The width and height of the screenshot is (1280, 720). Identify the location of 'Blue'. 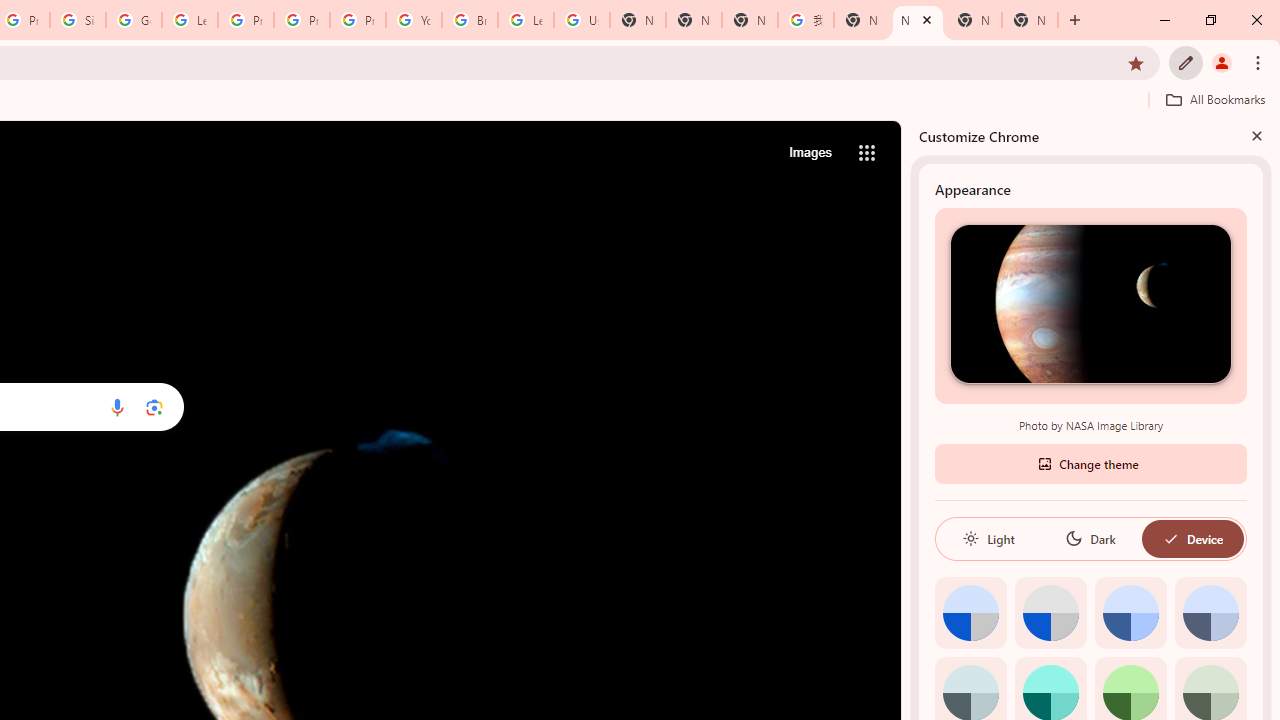
(1130, 611).